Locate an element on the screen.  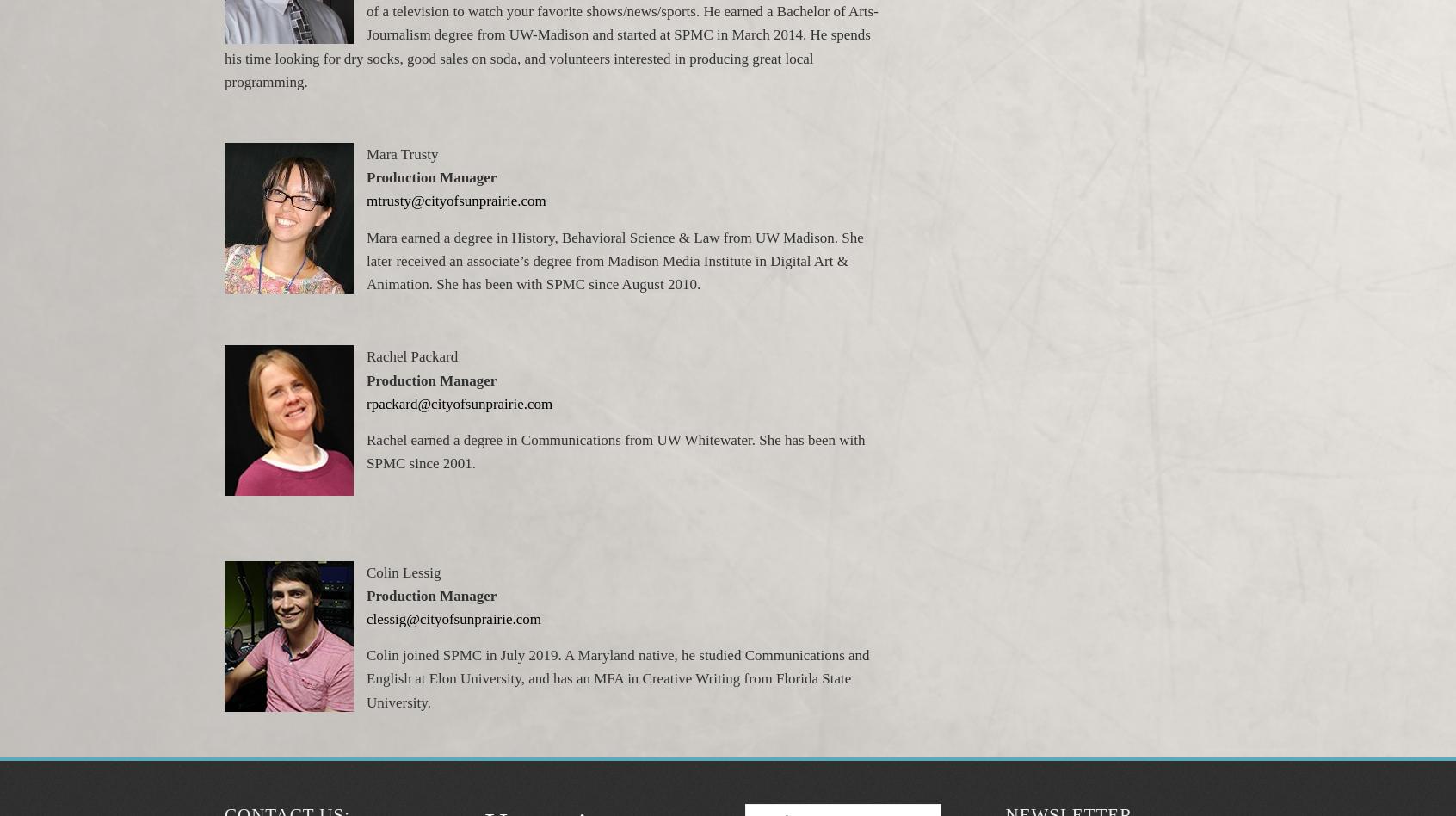
'Rachel earned a degree in Communications from UW Whitewater. She has been with SPMC since 2001.' is located at coordinates (614, 451).